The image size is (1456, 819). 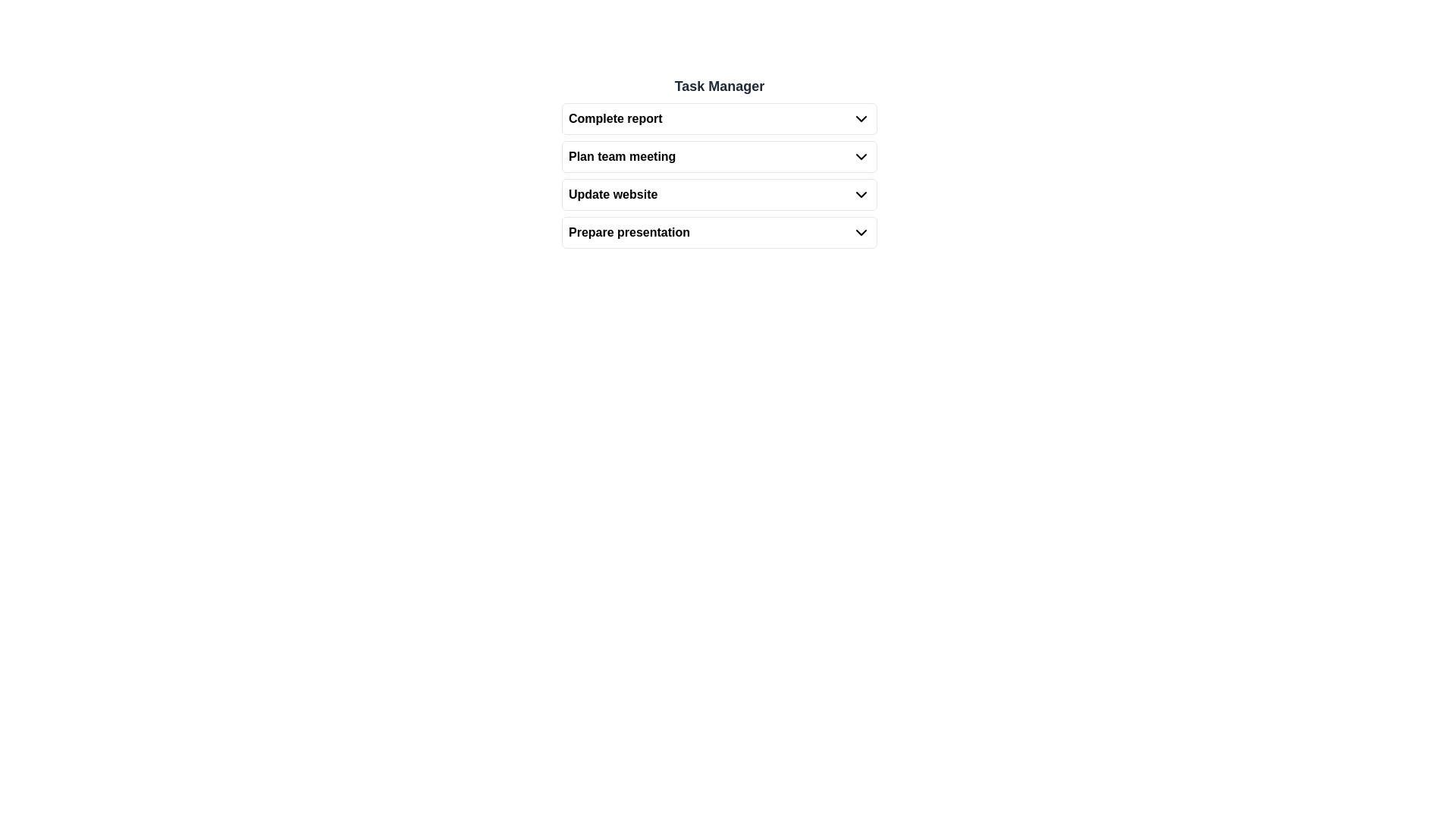 I want to click on the dropdown toggle icon, which is a minimalistic chevron pointing downwards located on the far-right side of the 'Update website' row in the Task Manager options list, so click(x=861, y=194).